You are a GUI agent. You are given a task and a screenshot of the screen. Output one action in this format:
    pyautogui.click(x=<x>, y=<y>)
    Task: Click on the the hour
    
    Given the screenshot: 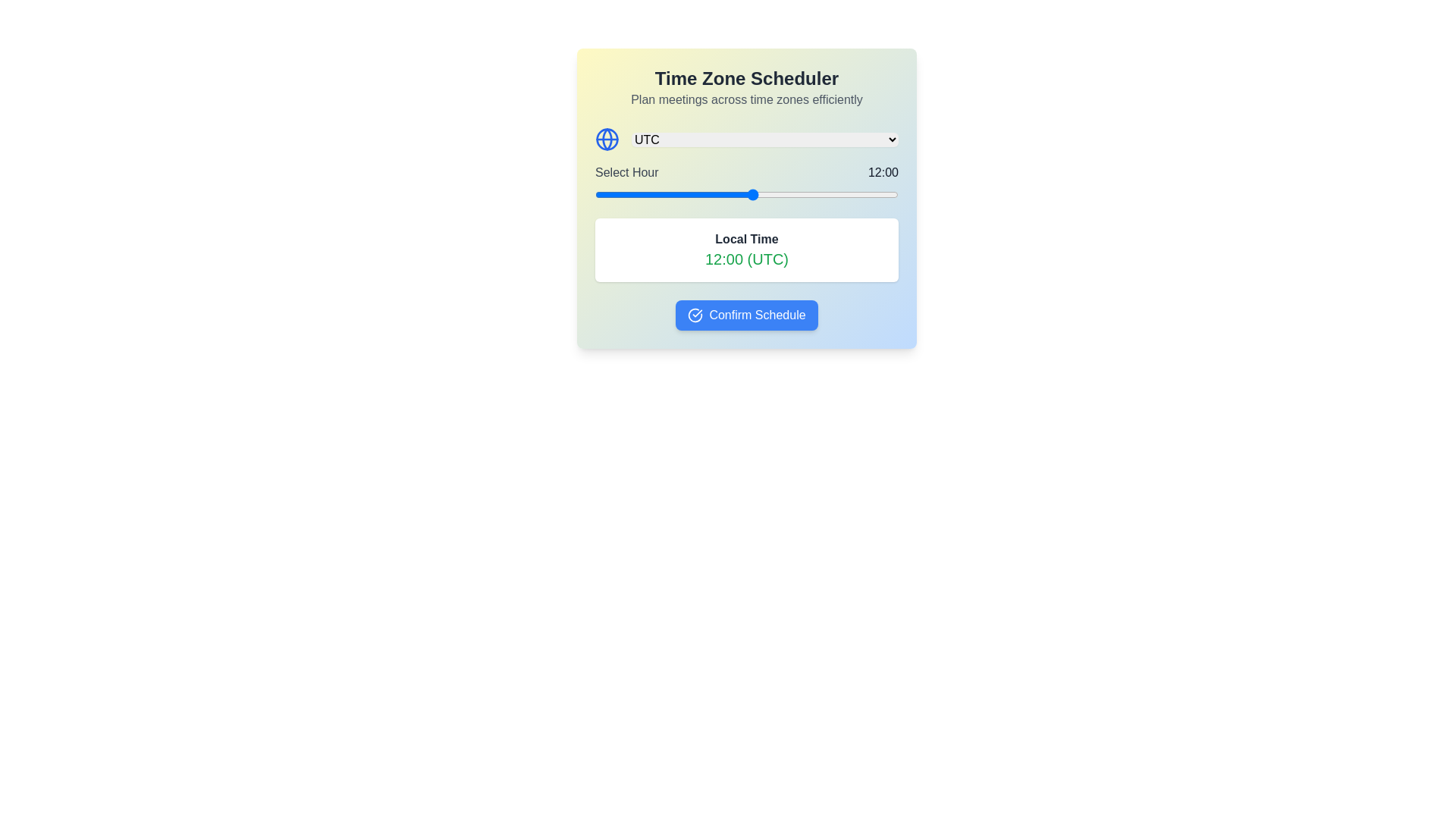 What is the action you would take?
    pyautogui.click(x=872, y=194)
    